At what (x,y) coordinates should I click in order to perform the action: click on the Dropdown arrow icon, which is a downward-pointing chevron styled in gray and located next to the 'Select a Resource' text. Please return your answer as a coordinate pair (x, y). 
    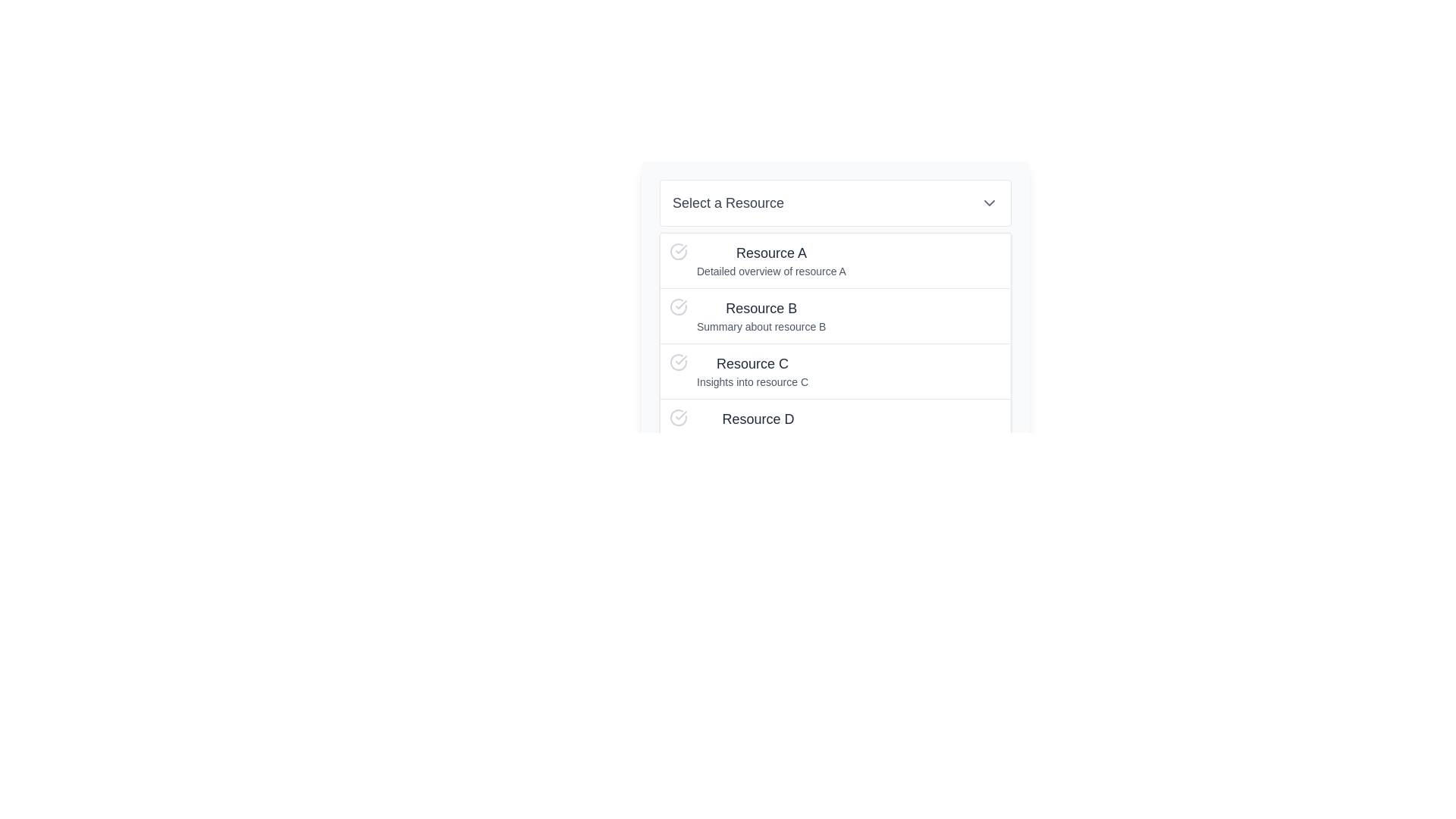
    Looking at the image, I should click on (990, 202).